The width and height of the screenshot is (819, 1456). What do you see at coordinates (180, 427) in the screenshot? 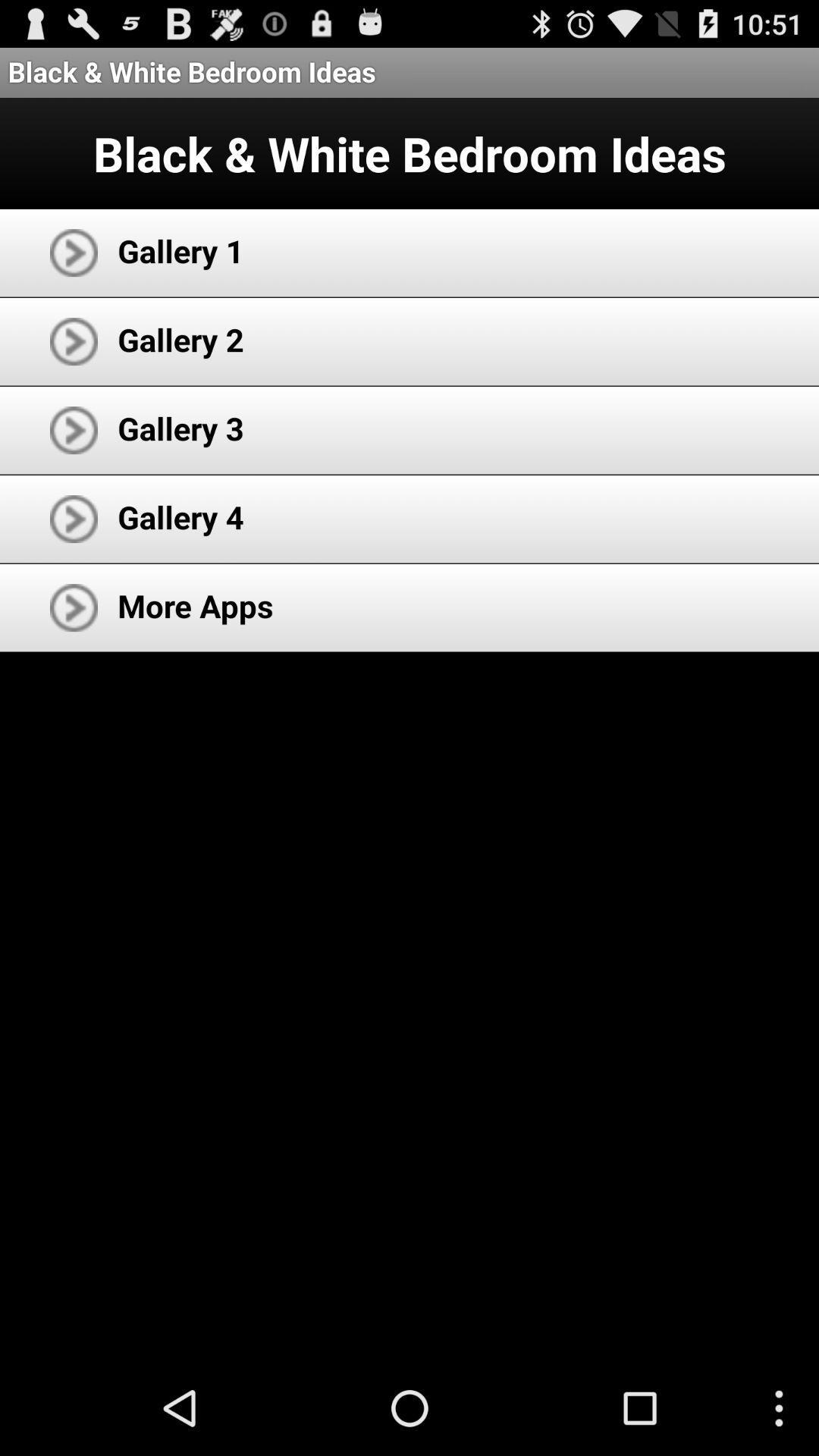
I see `the gallery 3` at bounding box center [180, 427].